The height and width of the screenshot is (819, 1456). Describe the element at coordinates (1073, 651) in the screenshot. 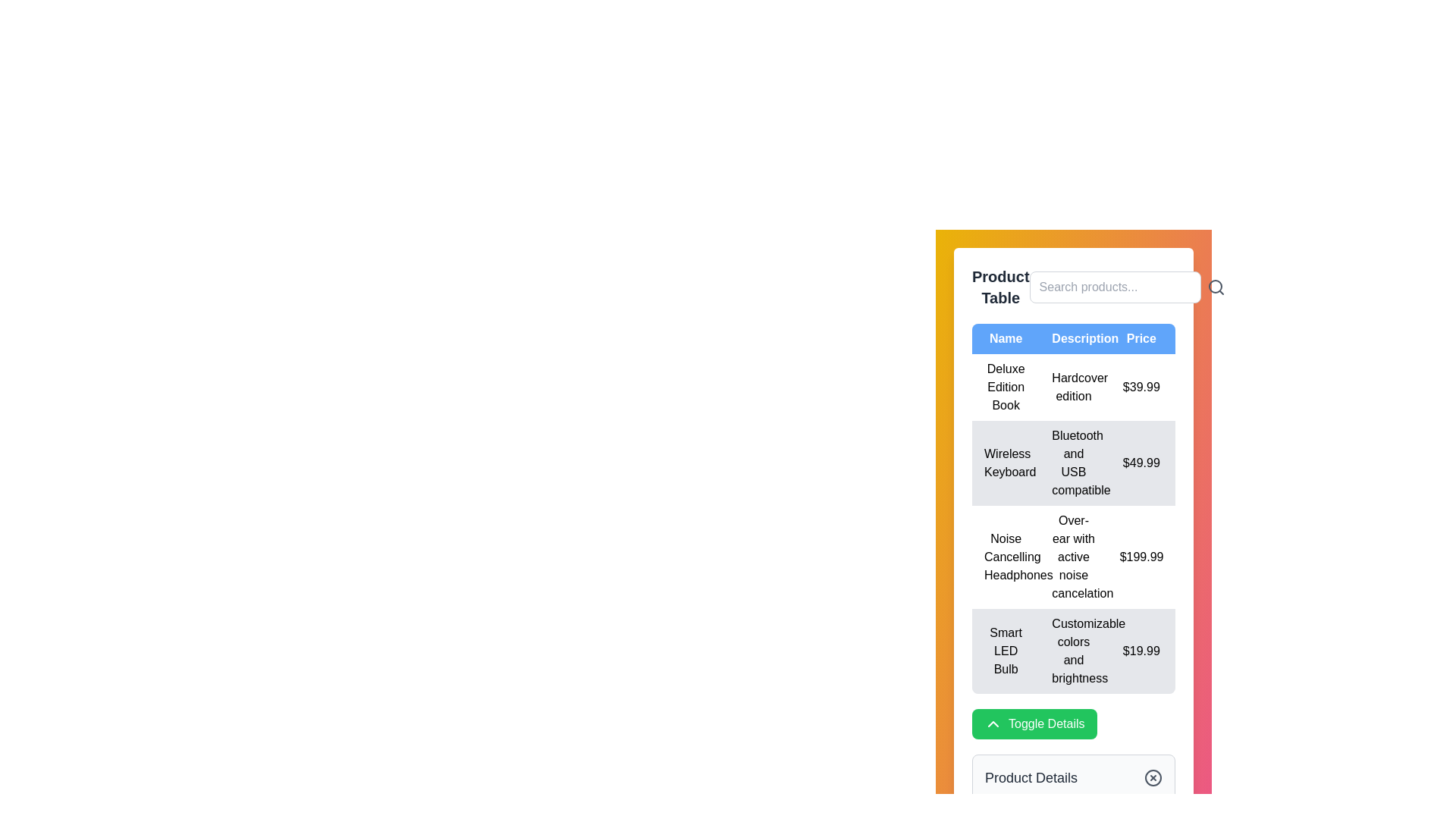

I see `the fourth table row presenting product information for 'Smart LED Bulb'` at that location.